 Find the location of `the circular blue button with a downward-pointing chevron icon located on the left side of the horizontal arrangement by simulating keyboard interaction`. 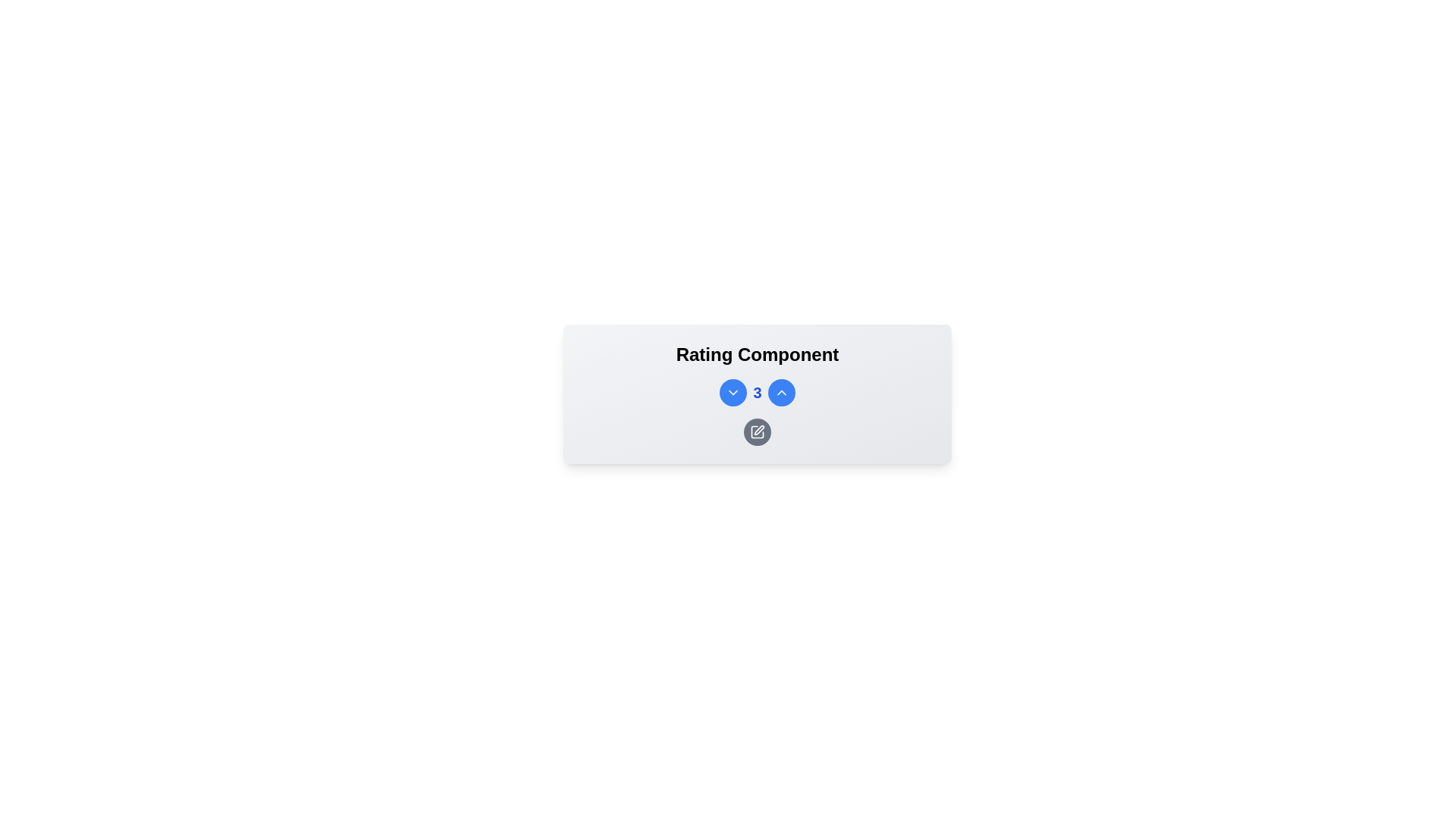

the circular blue button with a downward-pointing chevron icon located on the left side of the horizontal arrangement by simulating keyboard interaction is located at coordinates (733, 391).